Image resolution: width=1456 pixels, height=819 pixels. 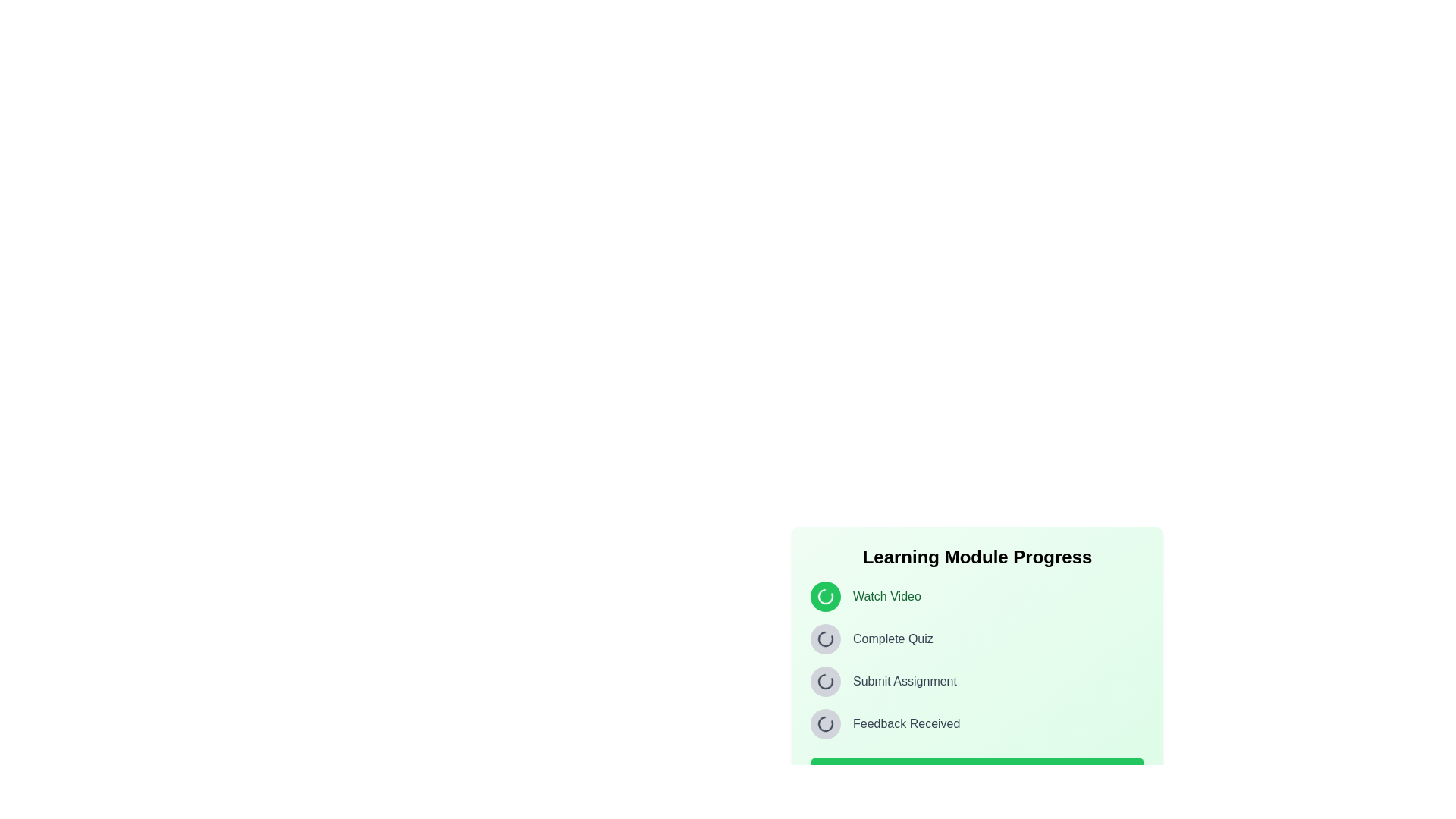 What do you see at coordinates (977, 595) in the screenshot?
I see `the animation of the loading icon next to the 'Watch Video' text label in the Learning Module Progress section` at bounding box center [977, 595].